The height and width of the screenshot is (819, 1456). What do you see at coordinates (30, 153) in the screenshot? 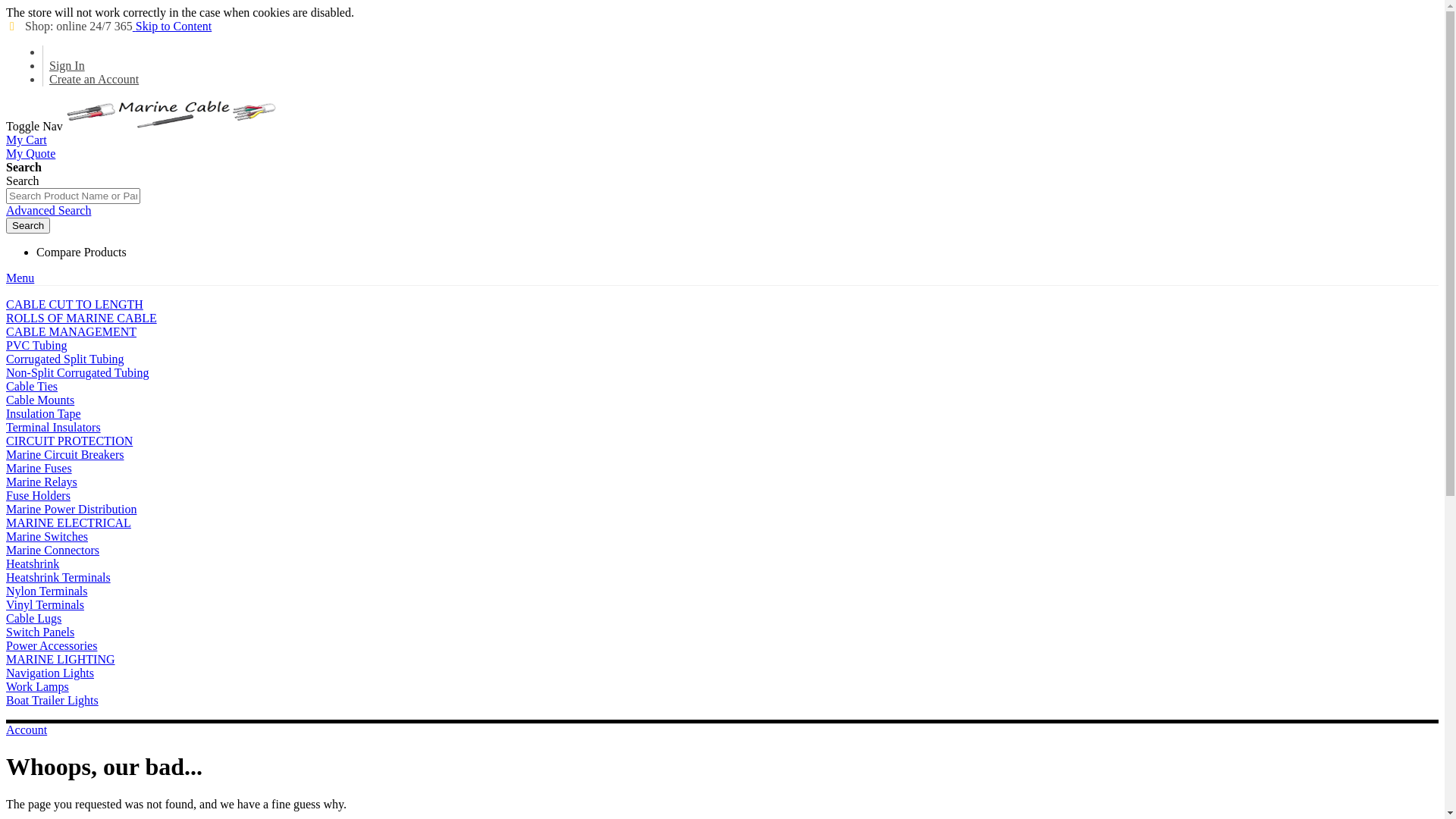
I see `'My Quote'` at bounding box center [30, 153].